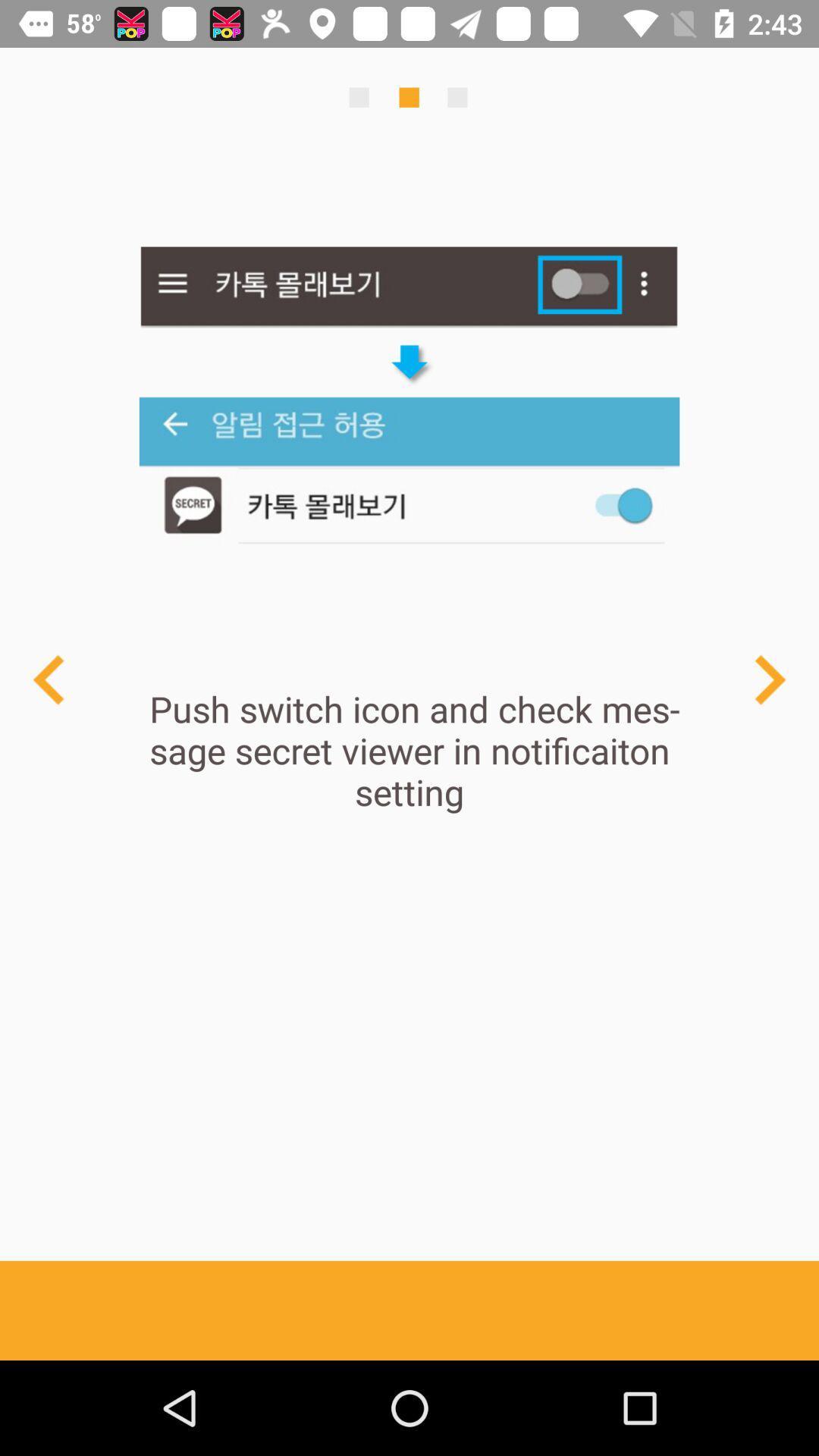  Describe the element at coordinates (49, 679) in the screenshot. I see `the arrow_backward icon` at that location.